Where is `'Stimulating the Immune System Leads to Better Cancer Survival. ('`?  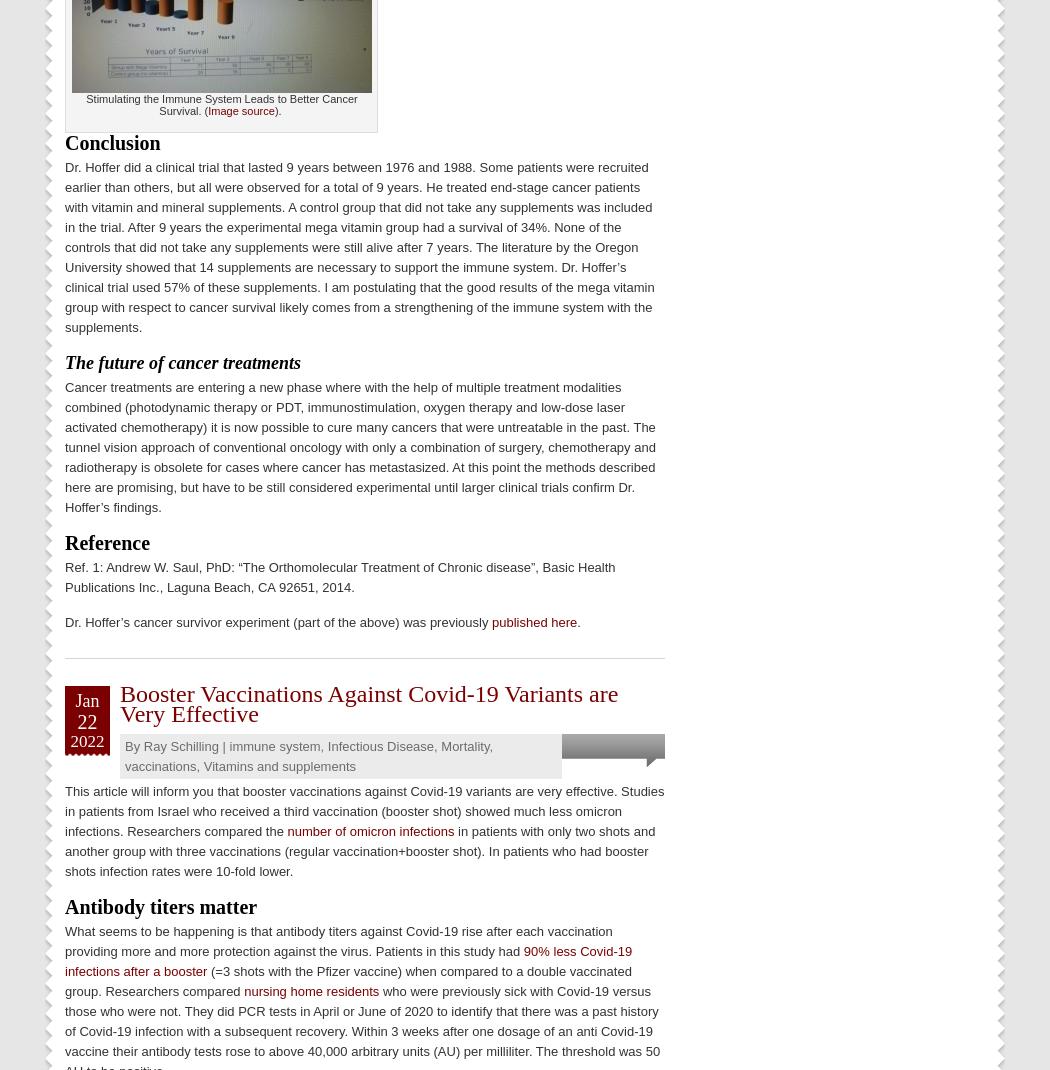
'Stimulating the Immune System Leads to Better Cancer Survival. (' is located at coordinates (220, 104).